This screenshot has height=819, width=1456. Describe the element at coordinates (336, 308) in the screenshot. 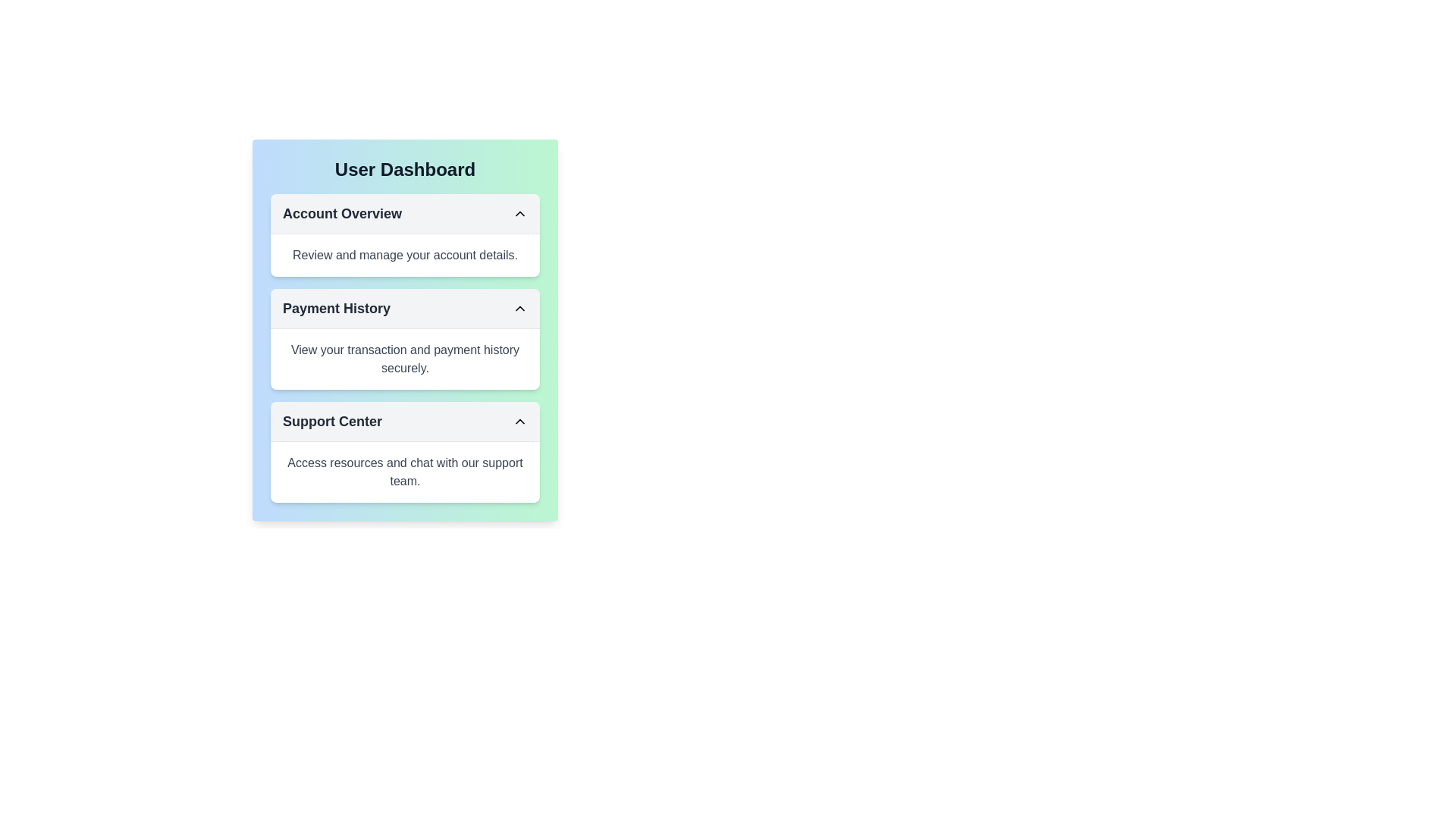

I see `the bold text label displaying 'Payment History' in dark gray color, which is centrally positioned in the second section of the User Dashboard` at that location.